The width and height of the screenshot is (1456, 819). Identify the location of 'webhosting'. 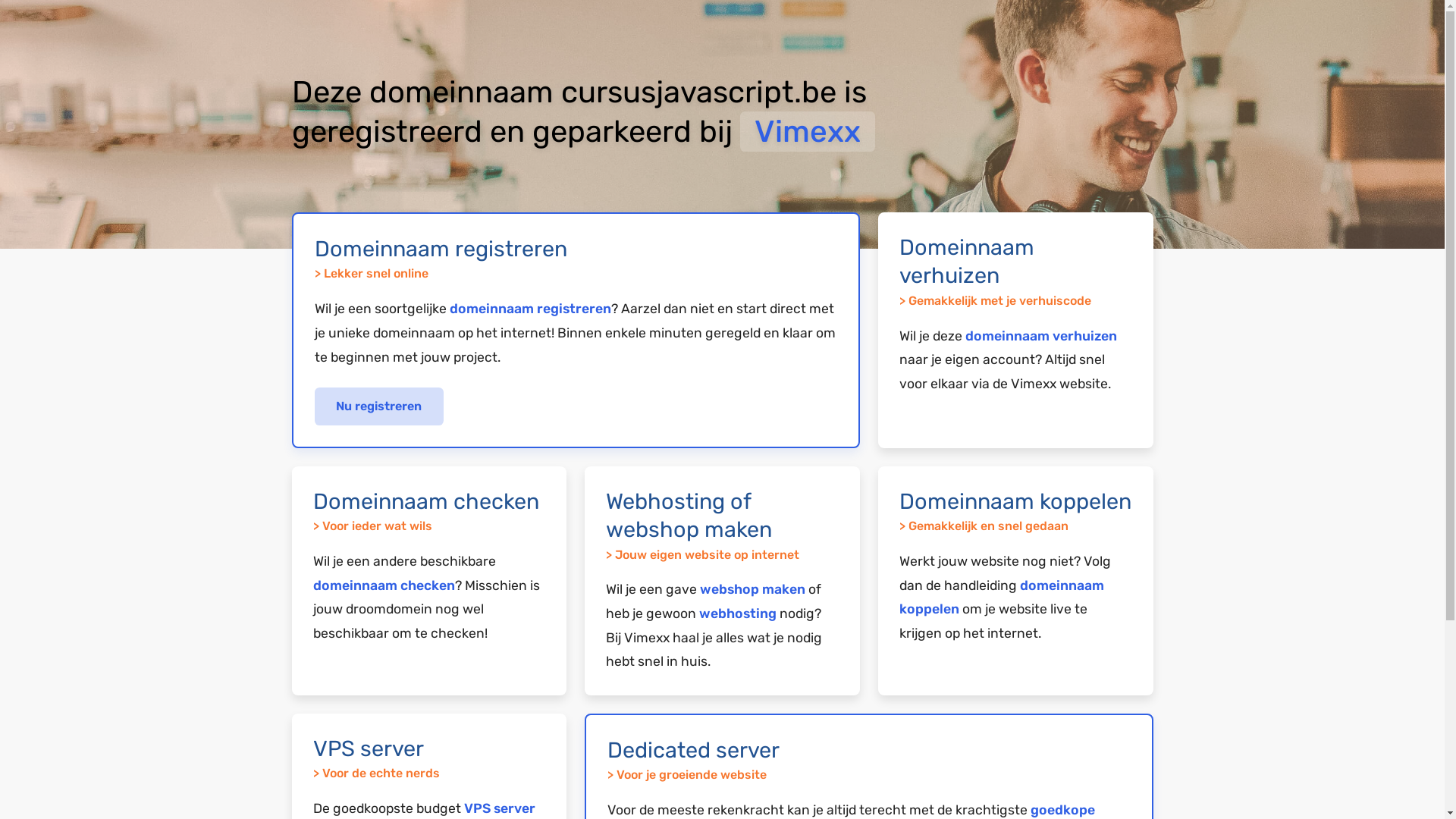
(738, 613).